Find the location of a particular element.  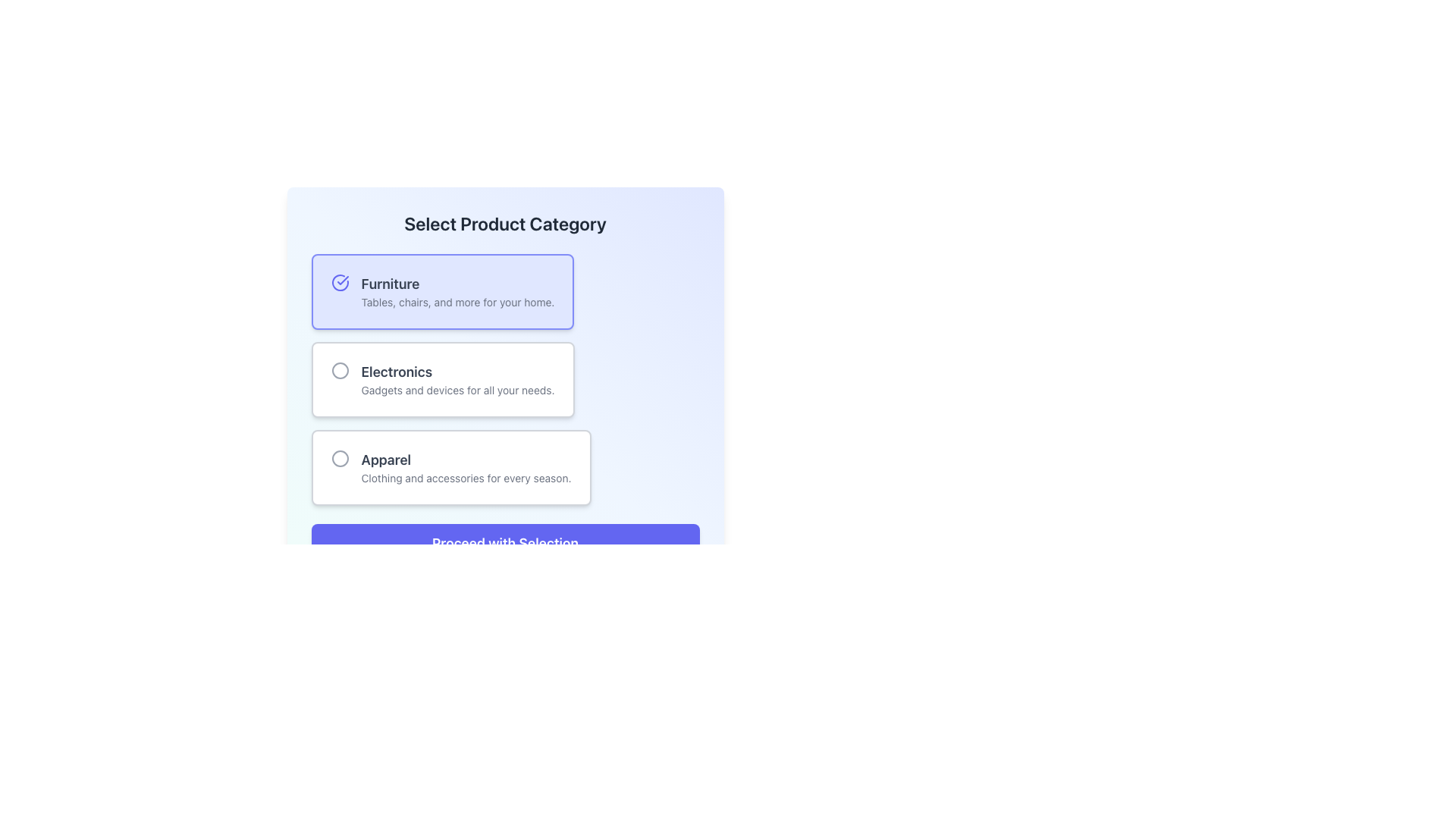

to select the 'Electronics' category from the vertically aligned stack of selectable cards under the 'Select Product Category' header is located at coordinates (505, 379).